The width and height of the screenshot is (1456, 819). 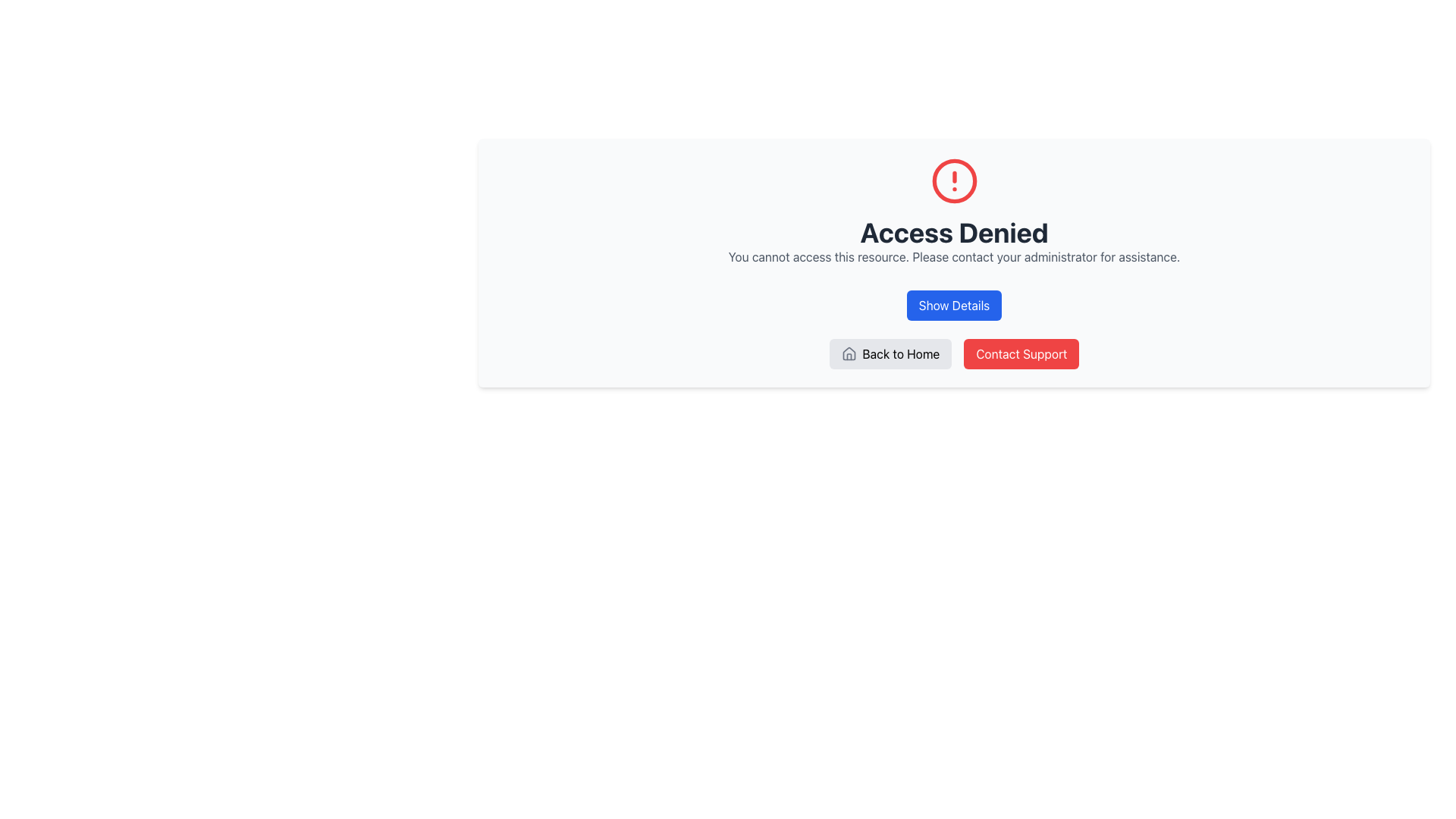 I want to click on the house icon located as the leftmost icon in the horizontal row of navigation icons, so click(x=848, y=353).